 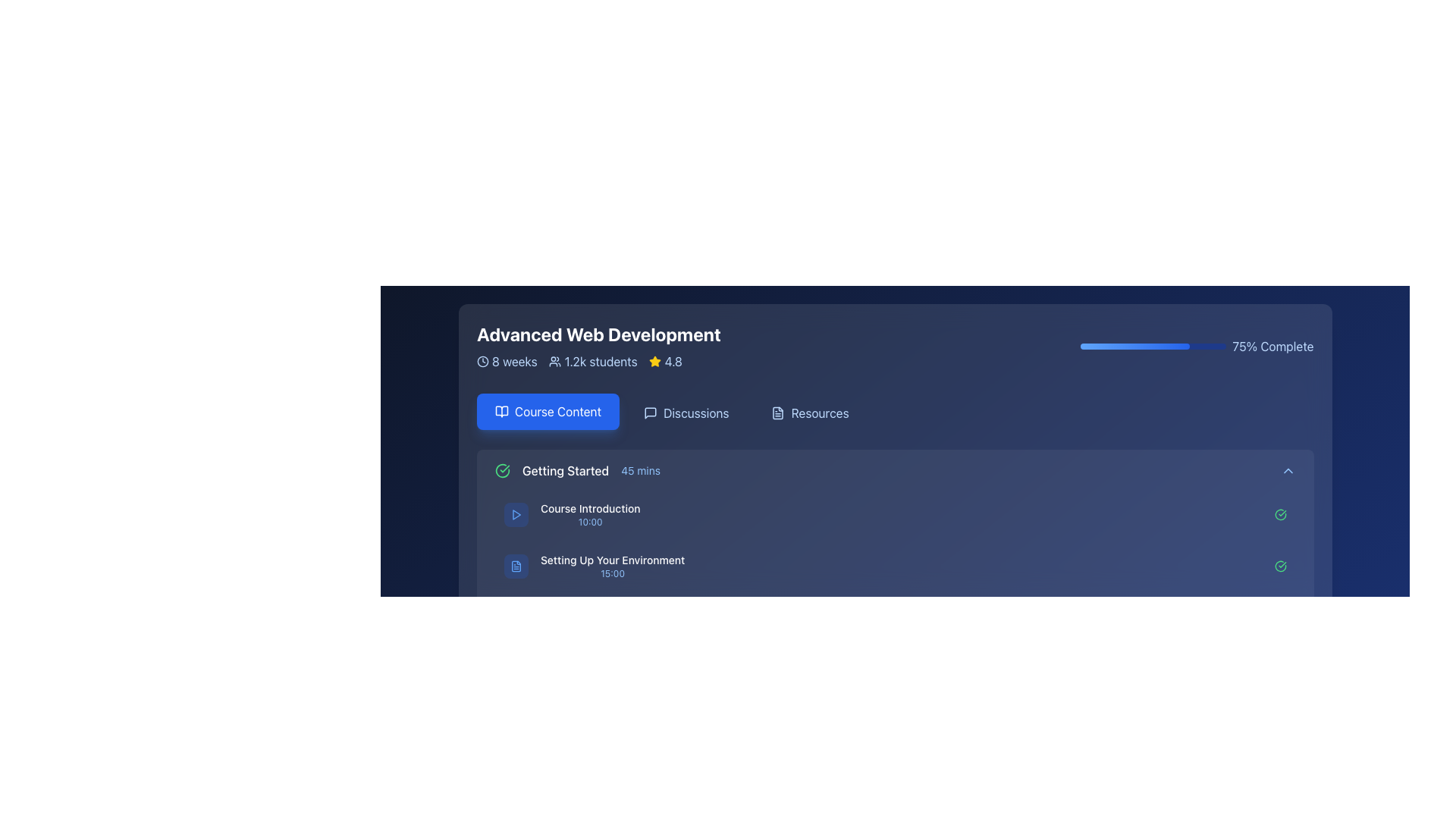 I want to click on the icon representing the number of enrolled students, located to the left of the text '1.2k students' in the header section of the 'Advanced Web Development' panel, so click(x=554, y=362).